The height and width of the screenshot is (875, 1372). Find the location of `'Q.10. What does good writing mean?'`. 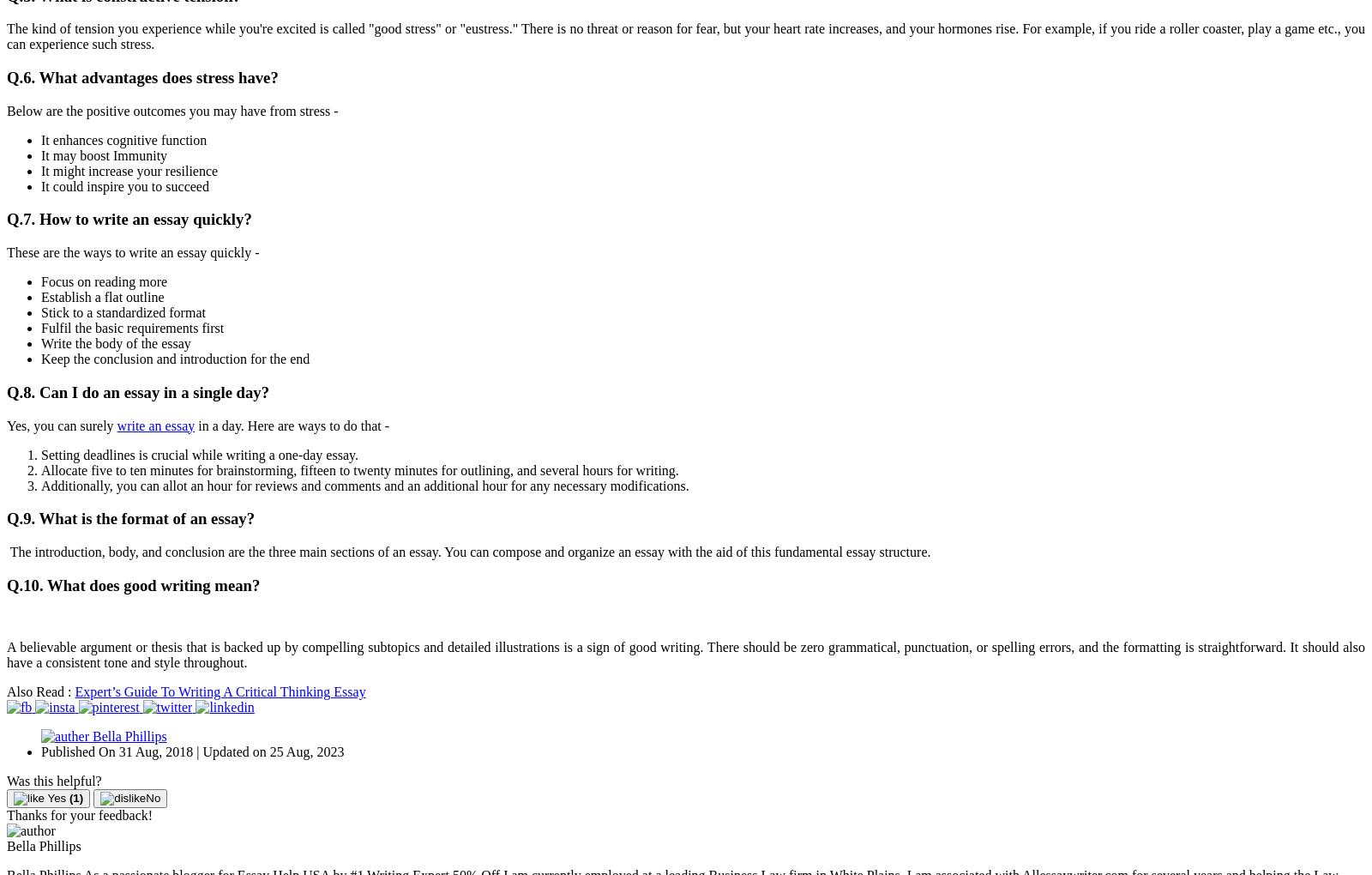

'Q.10. What does good writing mean?' is located at coordinates (132, 583).